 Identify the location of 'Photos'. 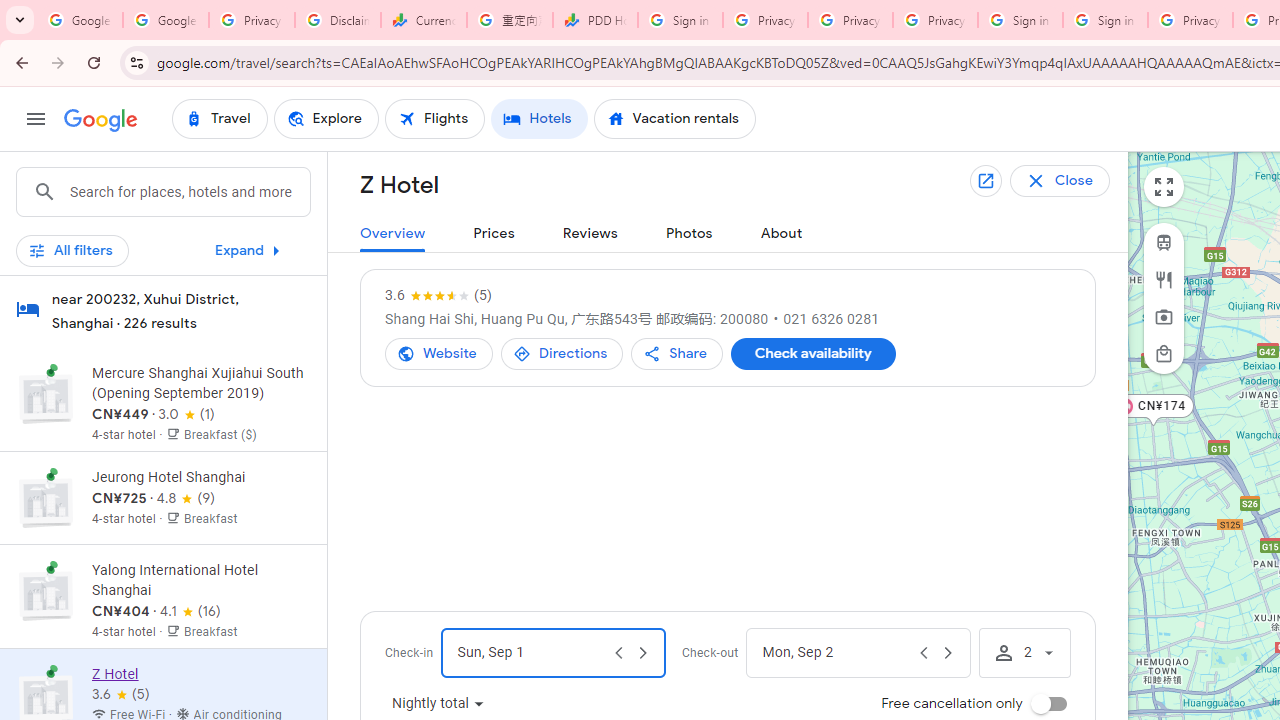
(689, 233).